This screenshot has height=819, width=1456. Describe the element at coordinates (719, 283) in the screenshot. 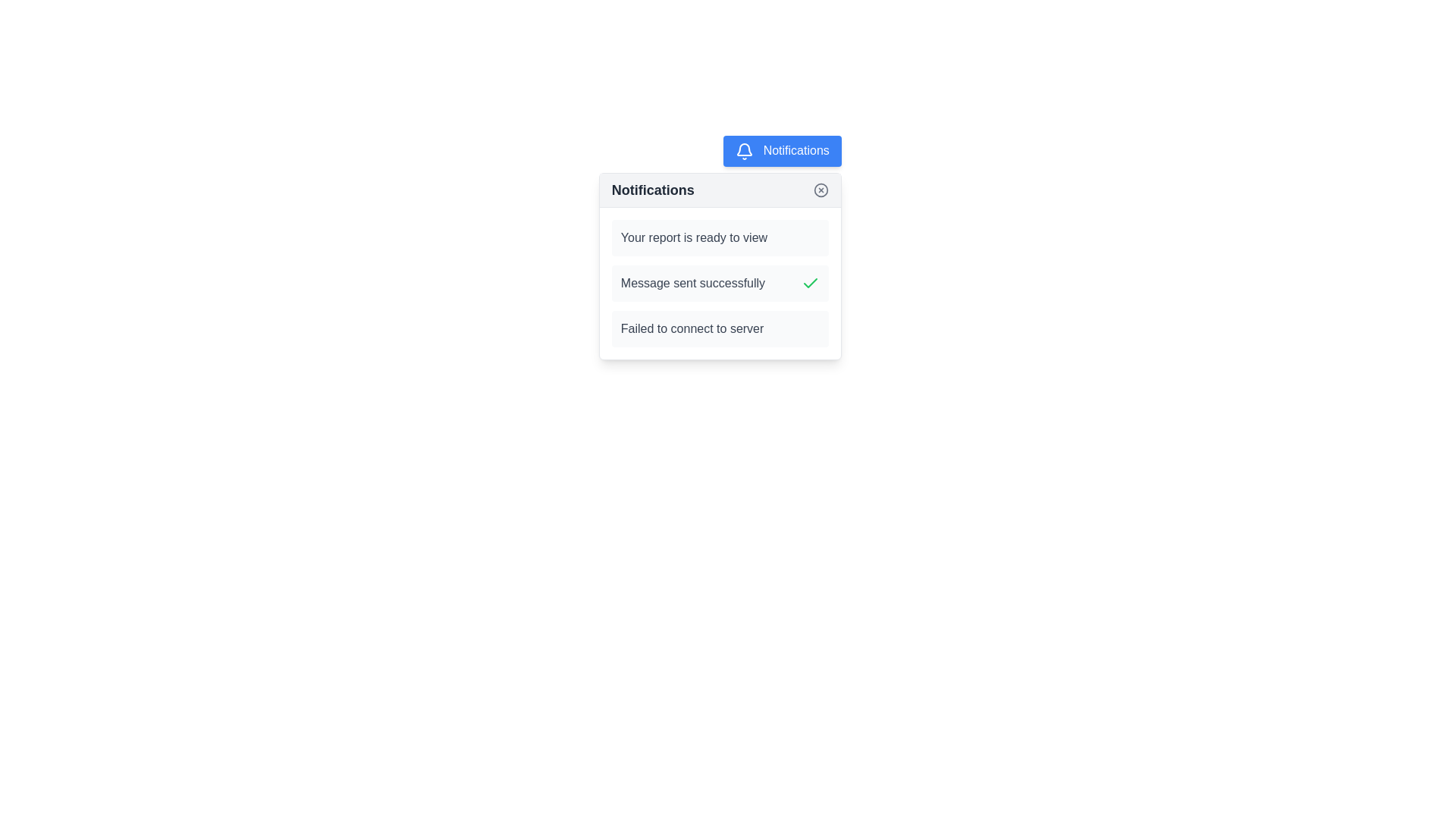

I see `the second notification message that indicates a successful message transmission, positioned between 'Your report is ready` at that location.